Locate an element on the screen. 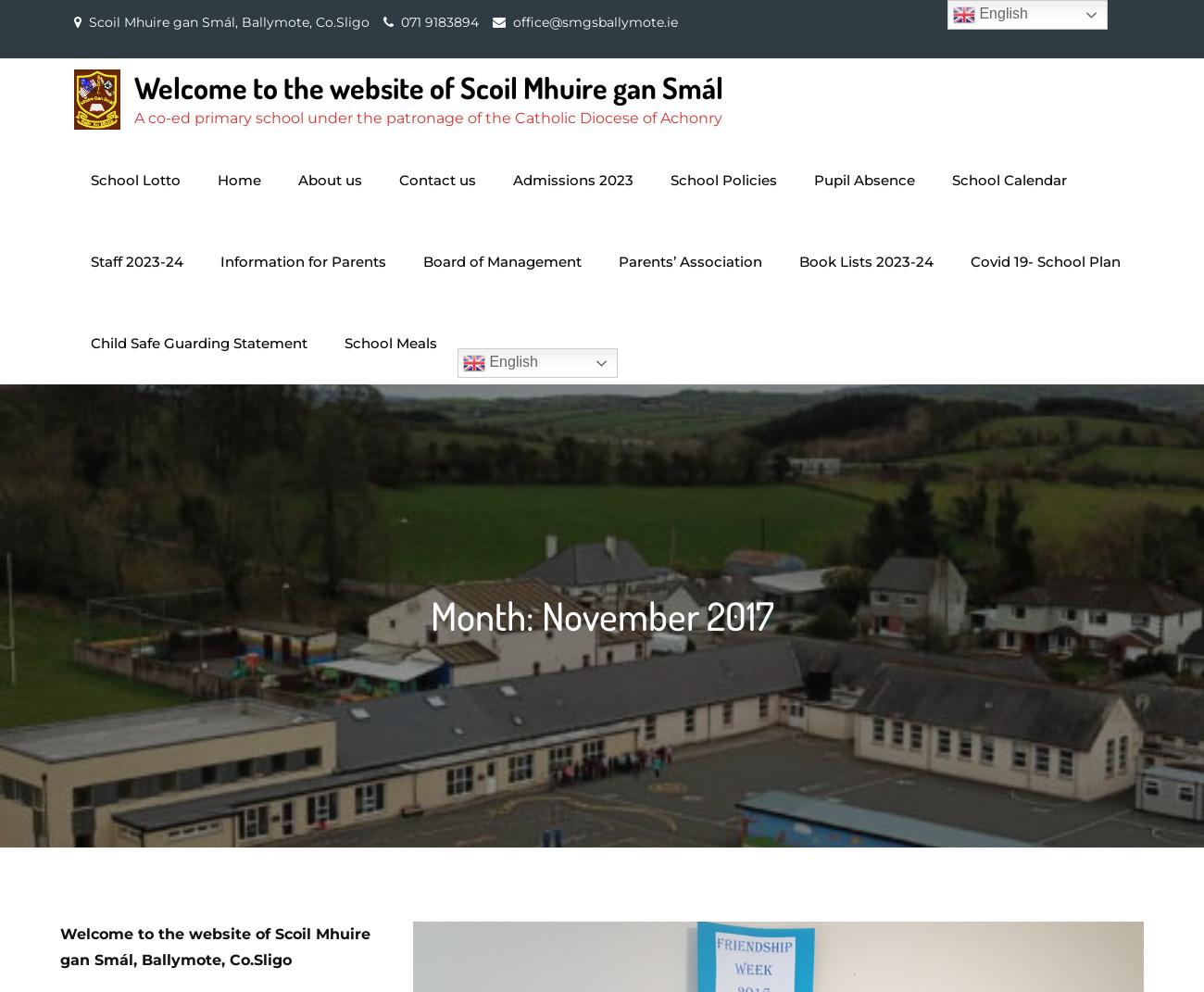 The height and width of the screenshot is (992, 1204). 'Parents’ Association' is located at coordinates (690, 261).